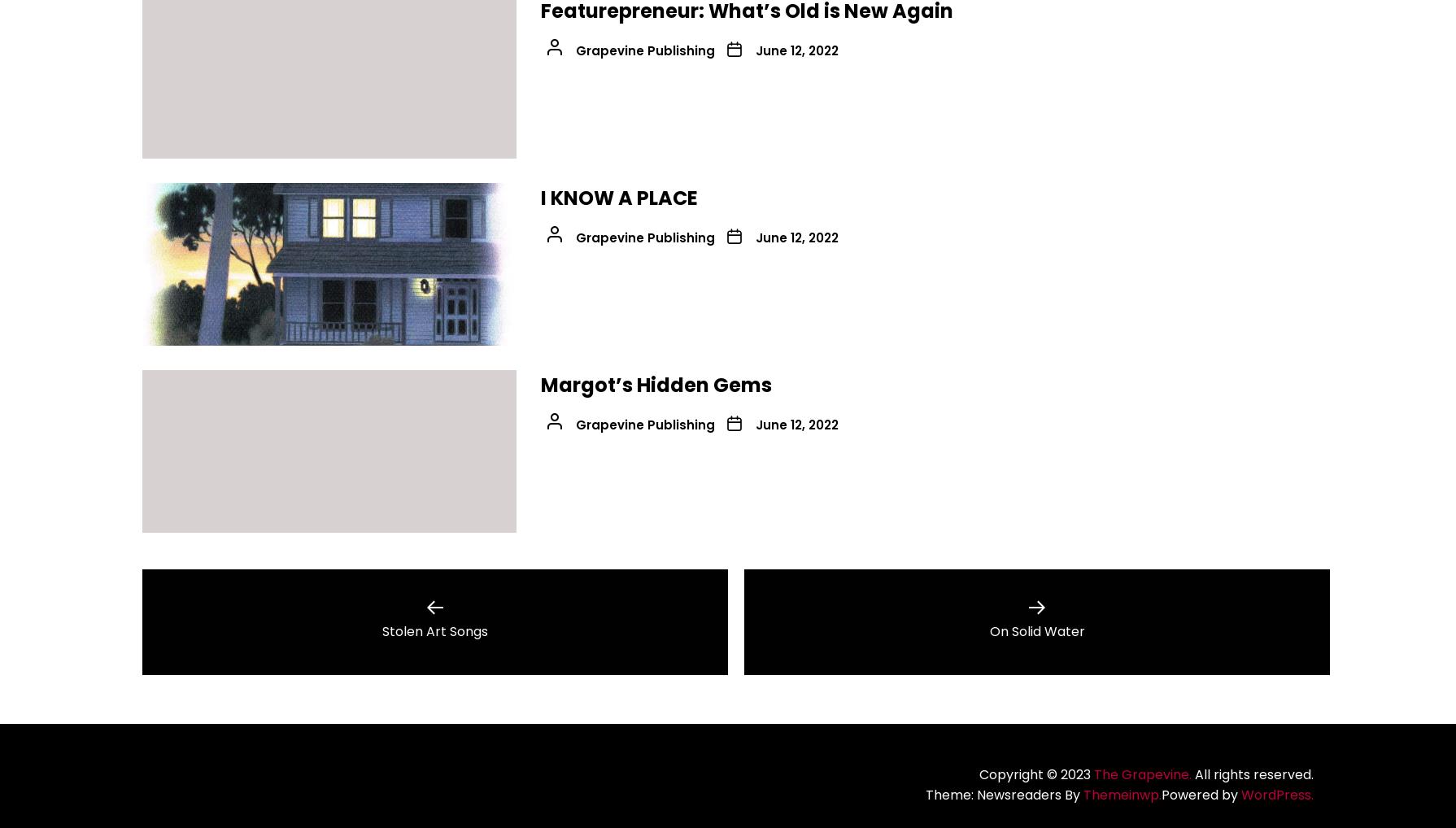 Image resolution: width=1456 pixels, height=828 pixels. What do you see at coordinates (1035, 773) in the screenshot?
I see `'Copyright © 2023'` at bounding box center [1035, 773].